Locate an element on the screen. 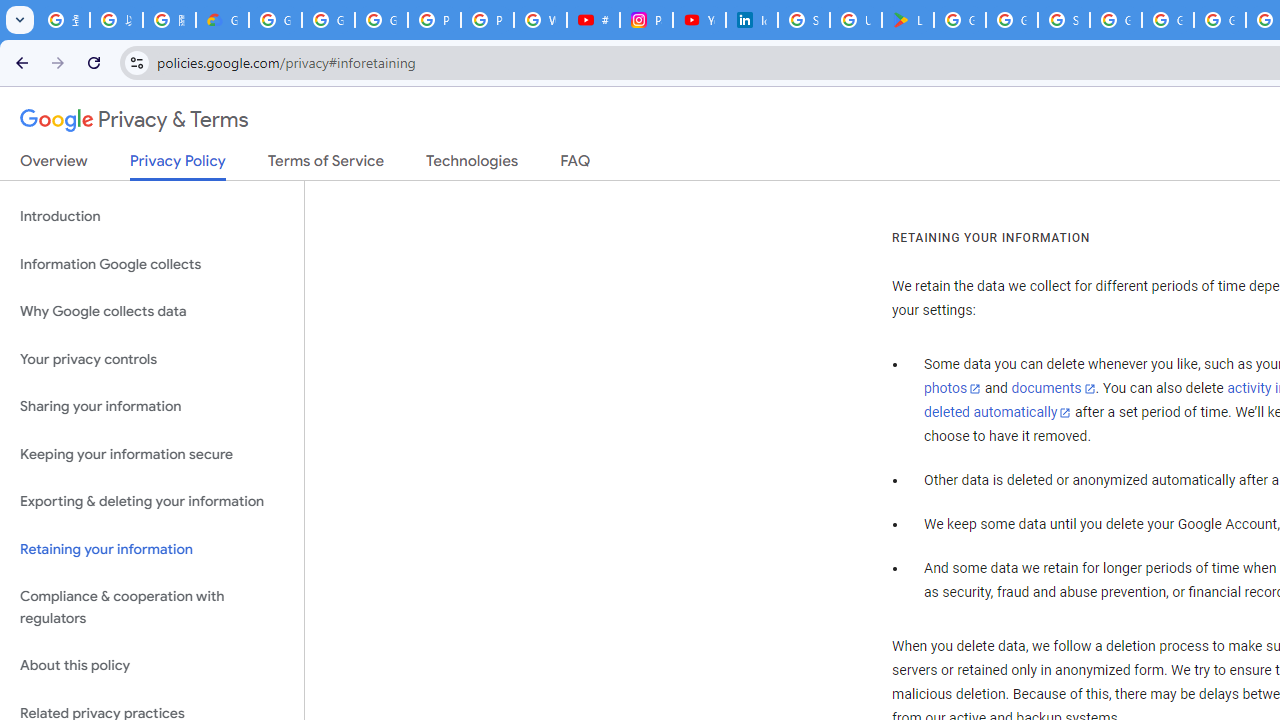 The height and width of the screenshot is (720, 1280). 'Information Google collects' is located at coordinates (151, 263).